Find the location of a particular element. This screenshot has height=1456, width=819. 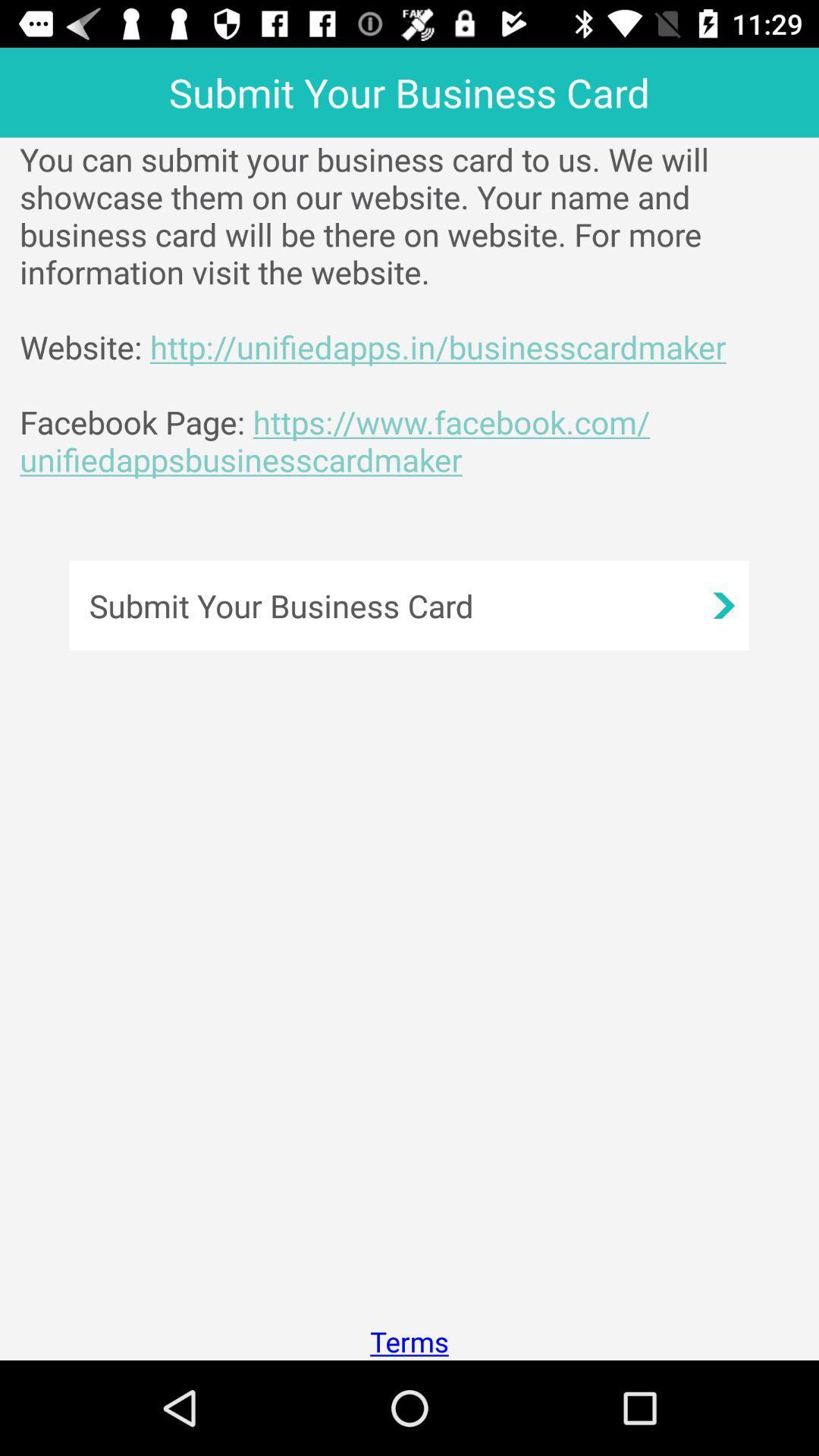

the you can submit is located at coordinates (419, 309).